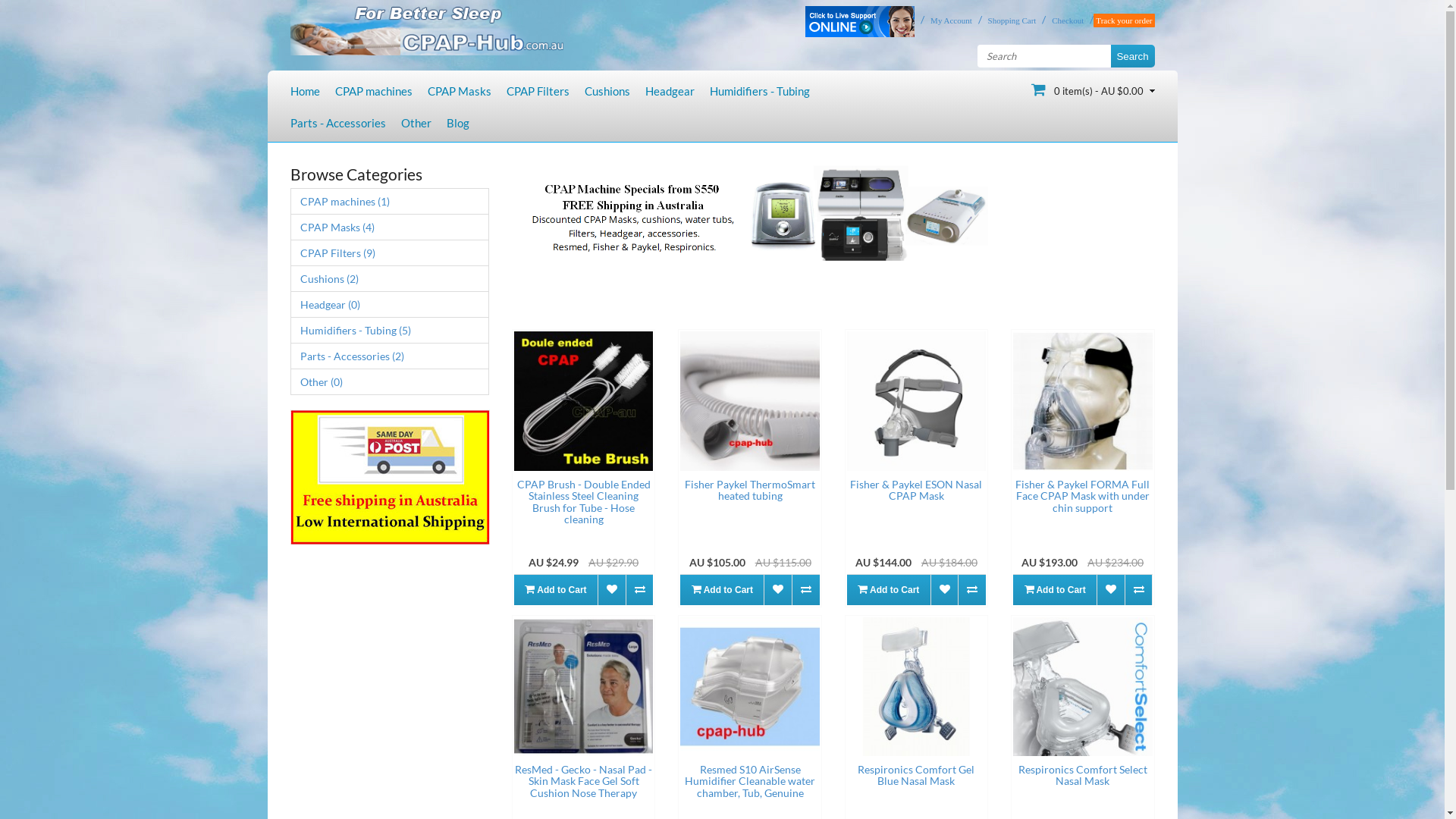 Image resolution: width=1456 pixels, height=819 pixels. What do you see at coordinates (1054, 589) in the screenshot?
I see `'Add to Cart'` at bounding box center [1054, 589].